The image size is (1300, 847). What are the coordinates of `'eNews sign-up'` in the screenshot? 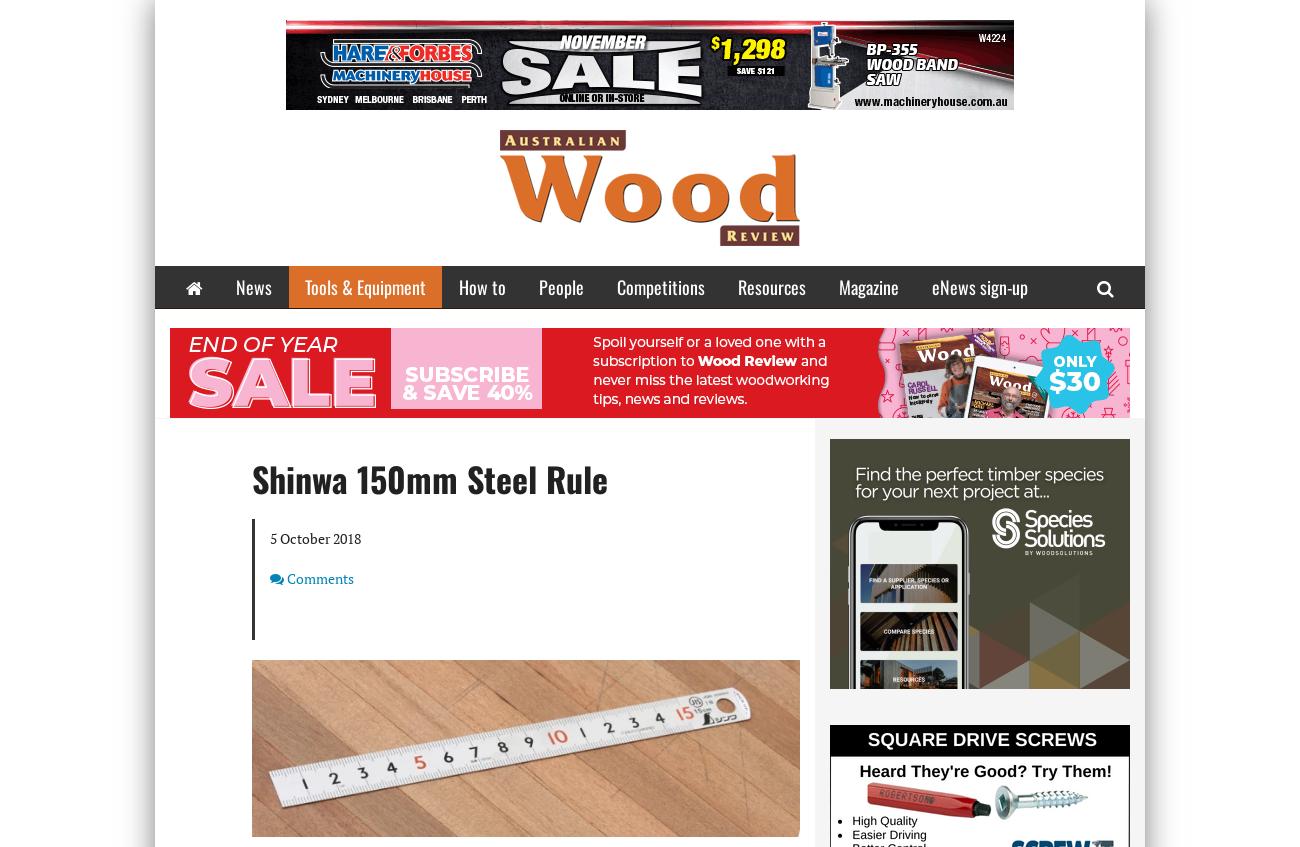 It's located at (978, 285).